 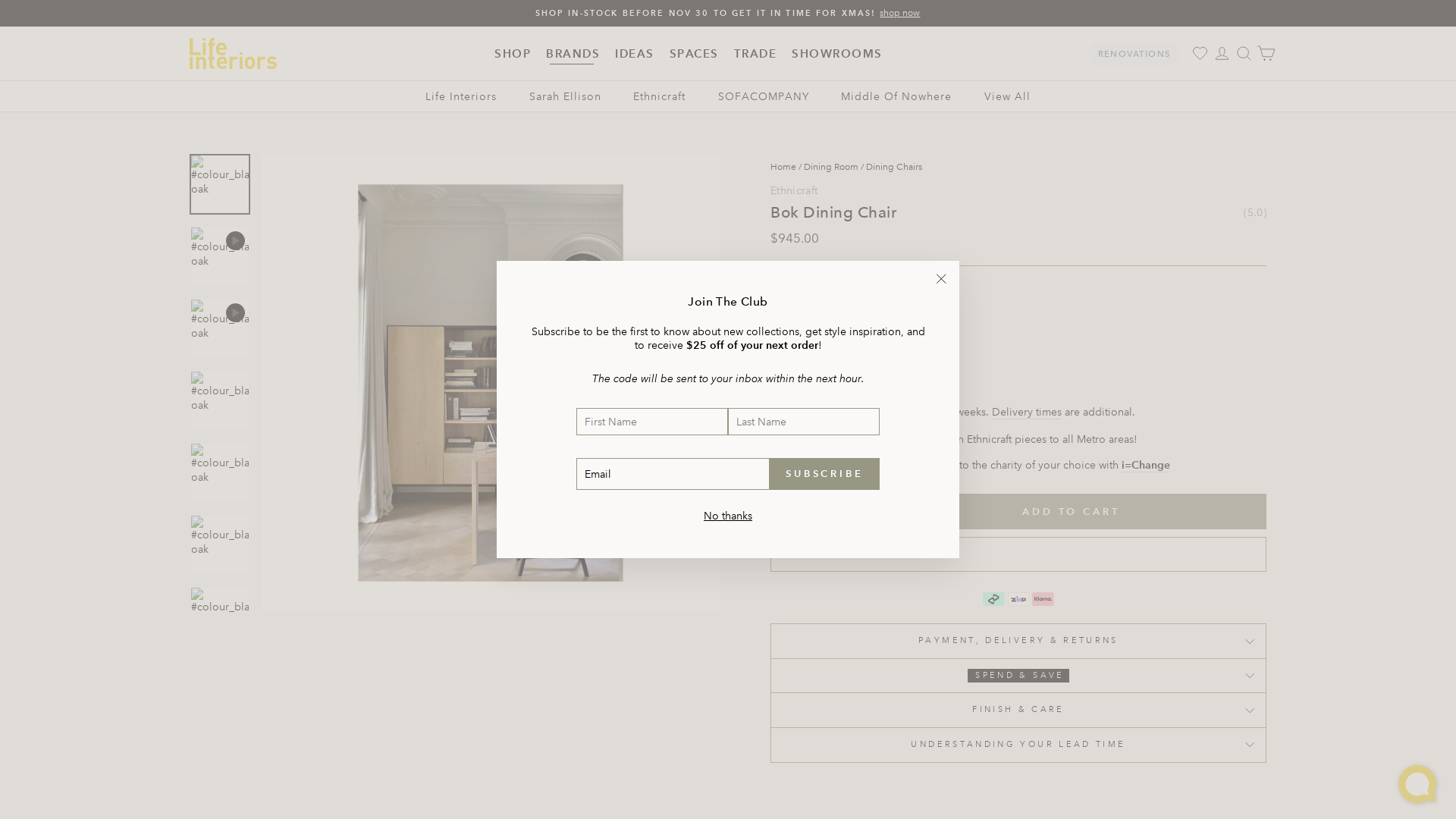 I want to click on 'BRANDS', so click(x=538, y=52).